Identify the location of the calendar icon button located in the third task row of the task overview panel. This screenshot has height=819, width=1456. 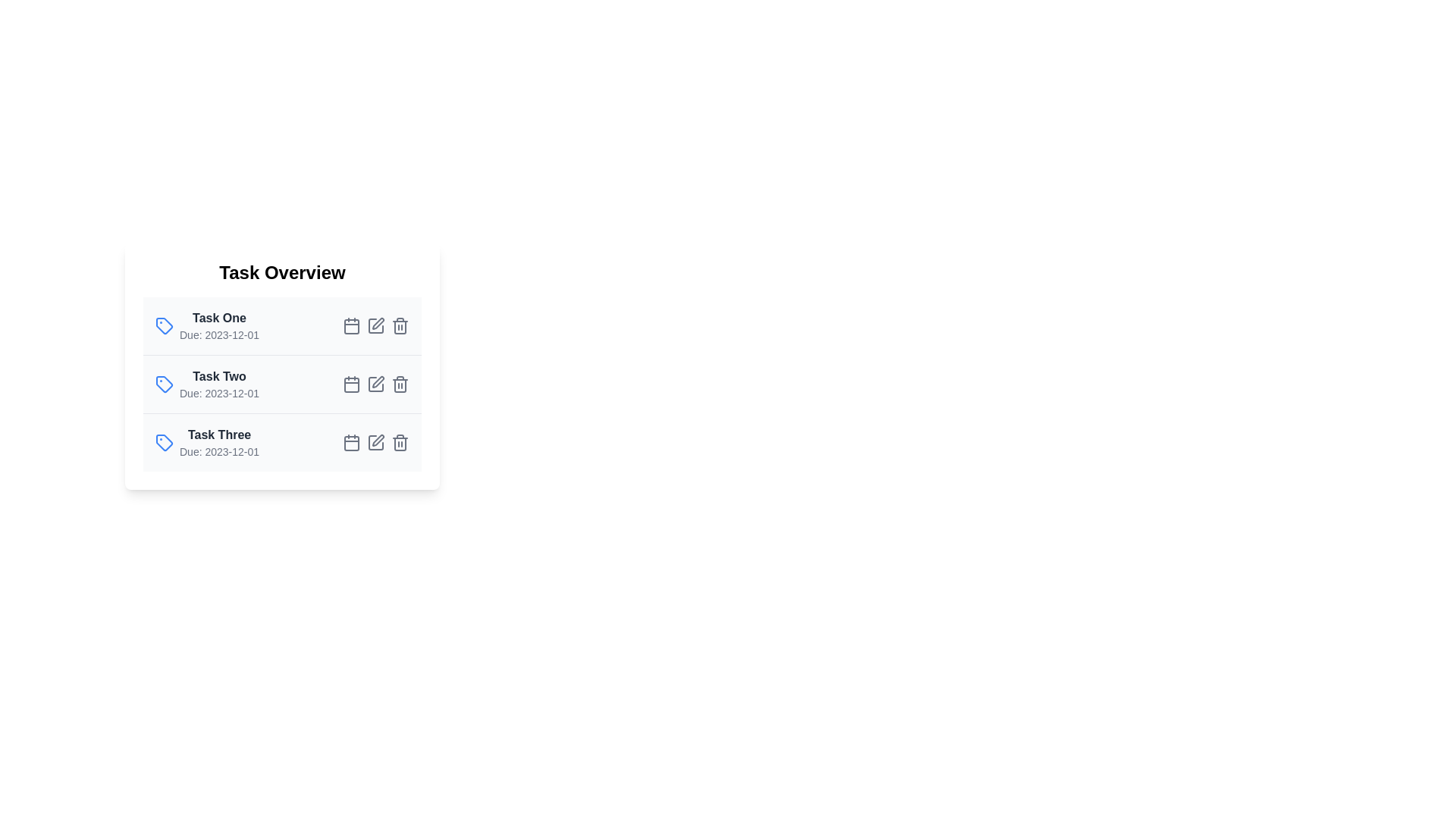
(351, 442).